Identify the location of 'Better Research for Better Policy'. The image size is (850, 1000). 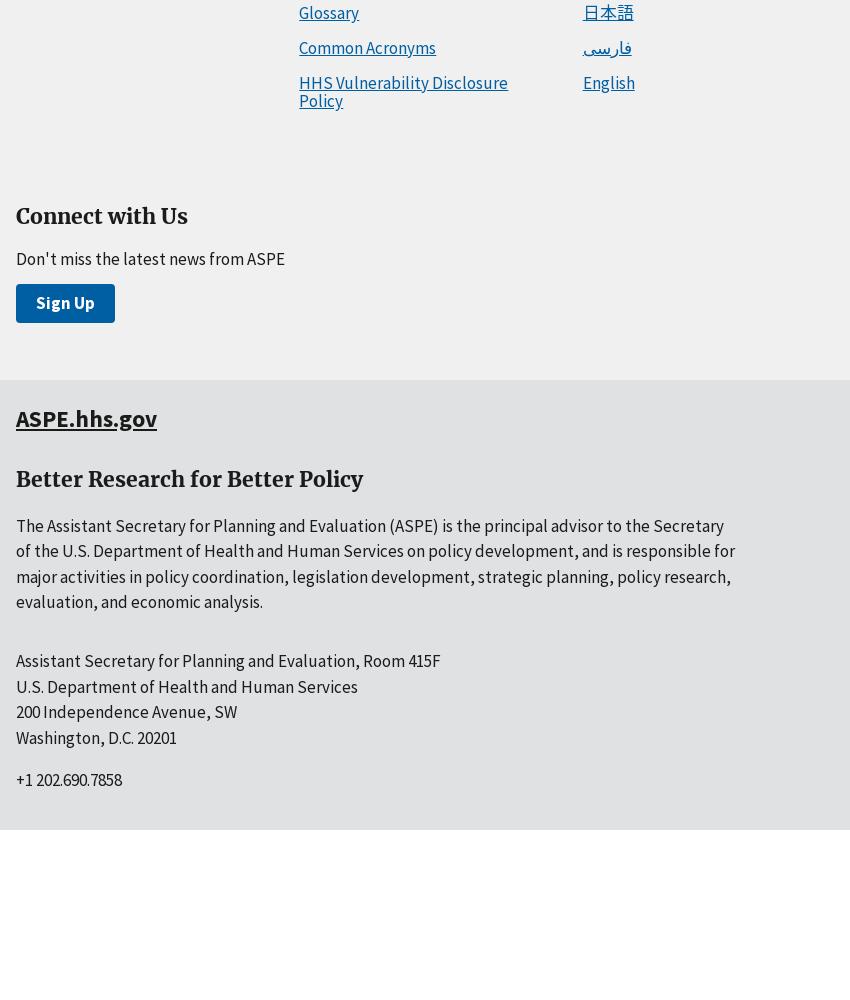
(188, 477).